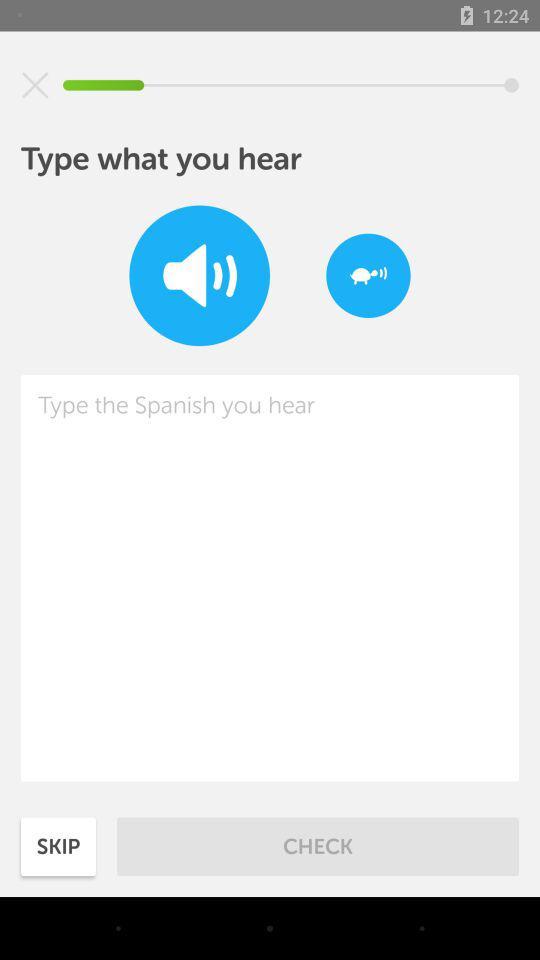 This screenshot has height=960, width=540. Describe the element at coordinates (58, 845) in the screenshot. I see `icon to the left of the check icon` at that location.